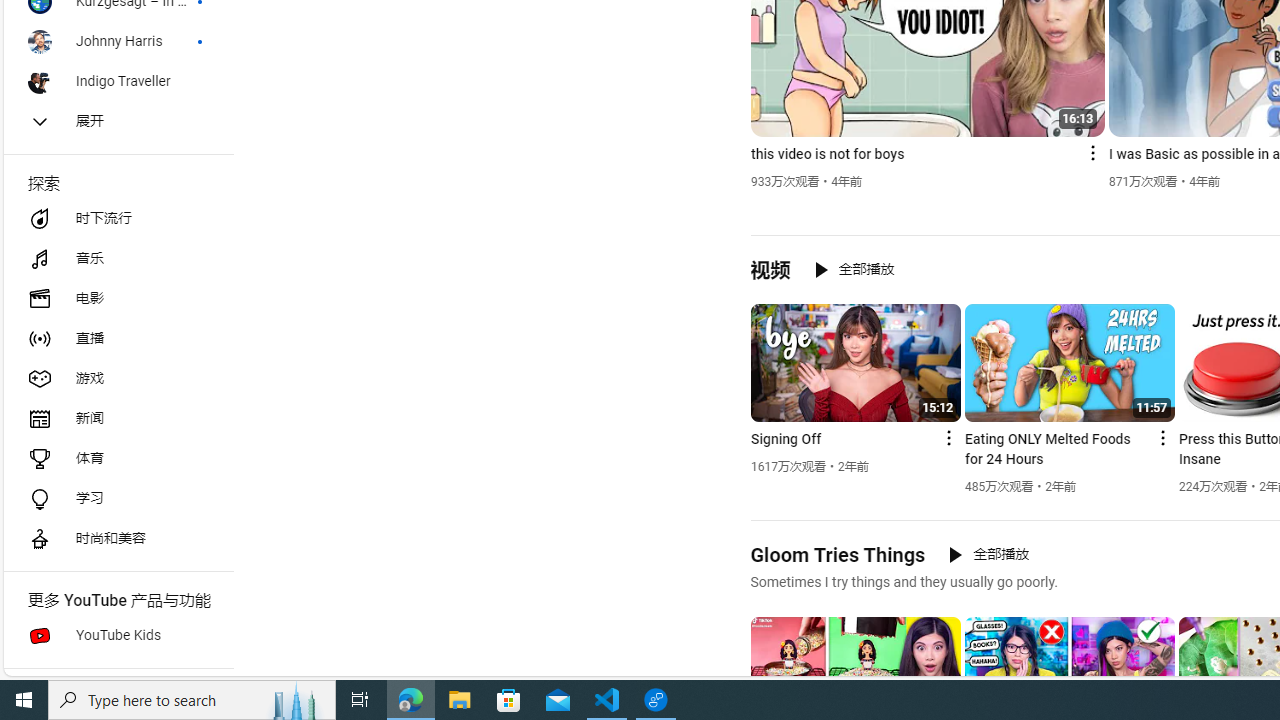 The width and height of the screenshot is (1280, 720). What do you see at coordinates (116, 81) in the screenshot?
I see `'Indigo Traveller'` at bounding box center [116, 81].